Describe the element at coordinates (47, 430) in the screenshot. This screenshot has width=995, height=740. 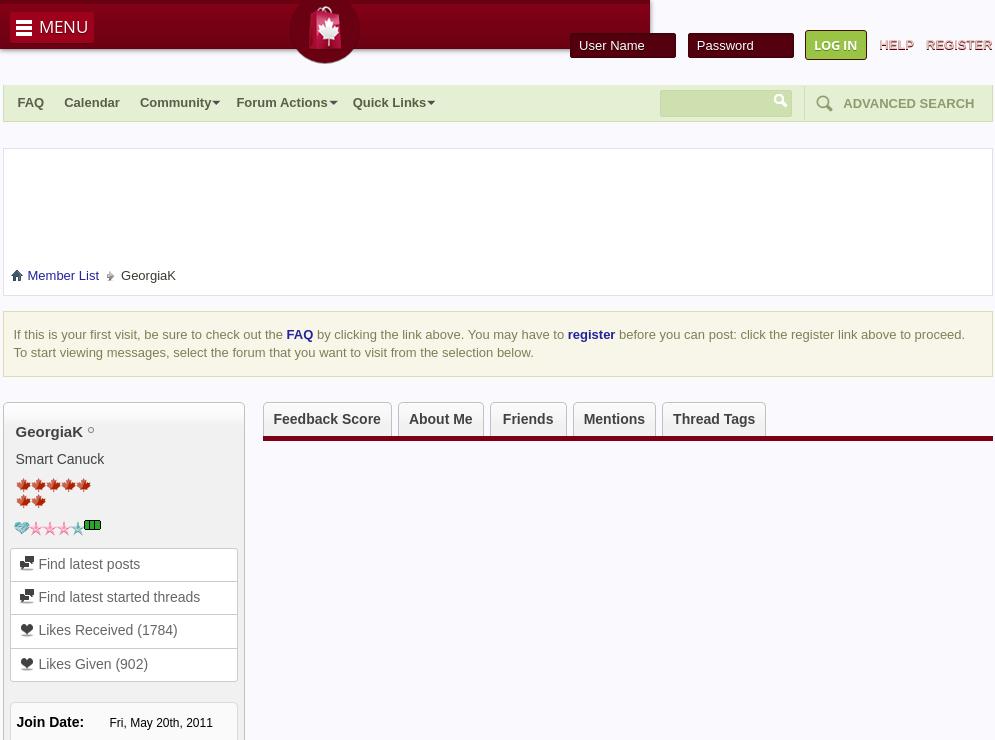
I see `'GeorgiaK'` at that location.